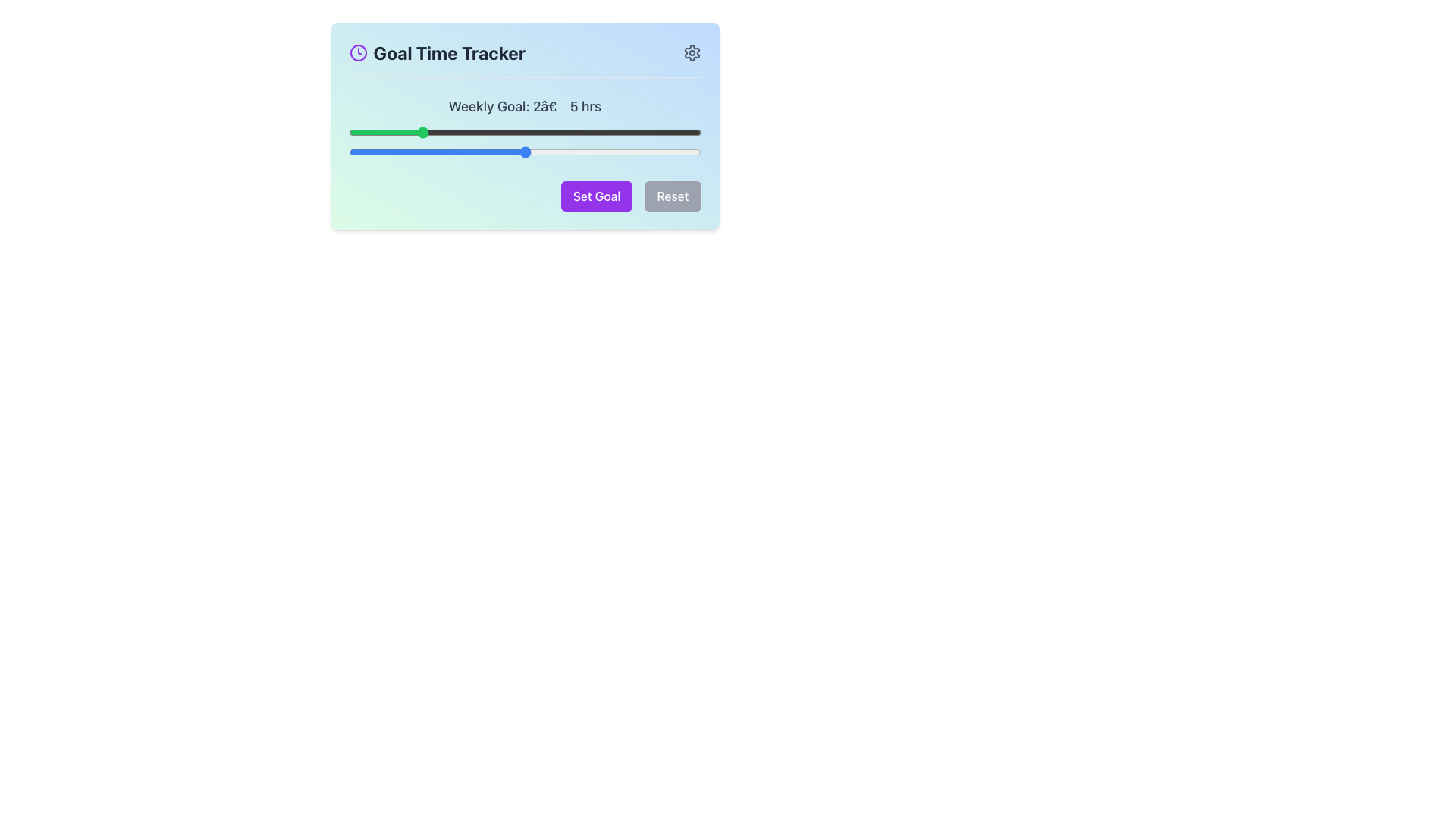 This screenshot has width=1456, height=819. Describe the element at coordinates (596, 195) in the screenshot. I see `the leftmost button labeled 'Set Goal' with a purple background` at that location.